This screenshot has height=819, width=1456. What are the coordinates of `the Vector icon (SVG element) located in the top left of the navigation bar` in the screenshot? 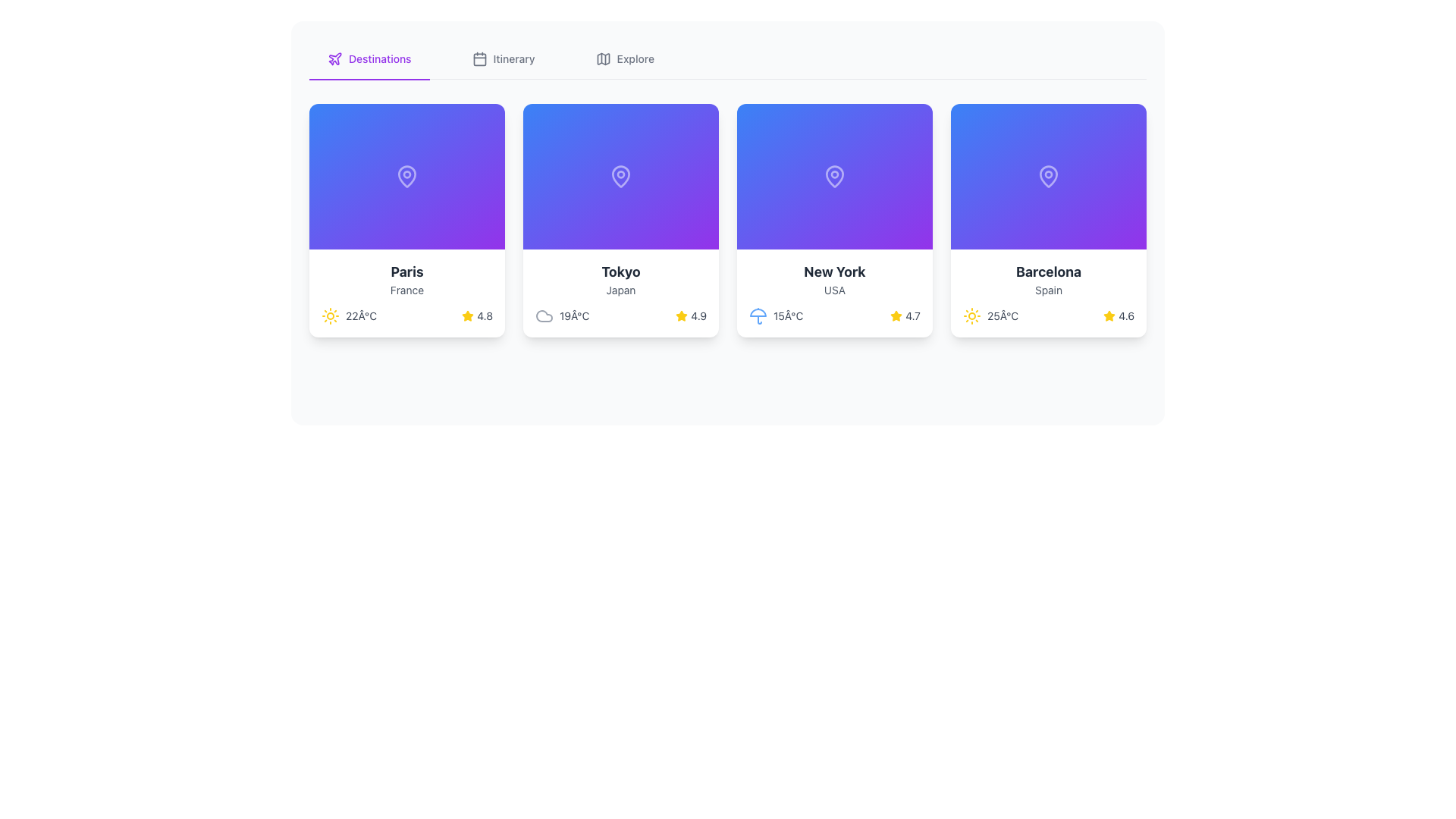 It's located at (602, 58).